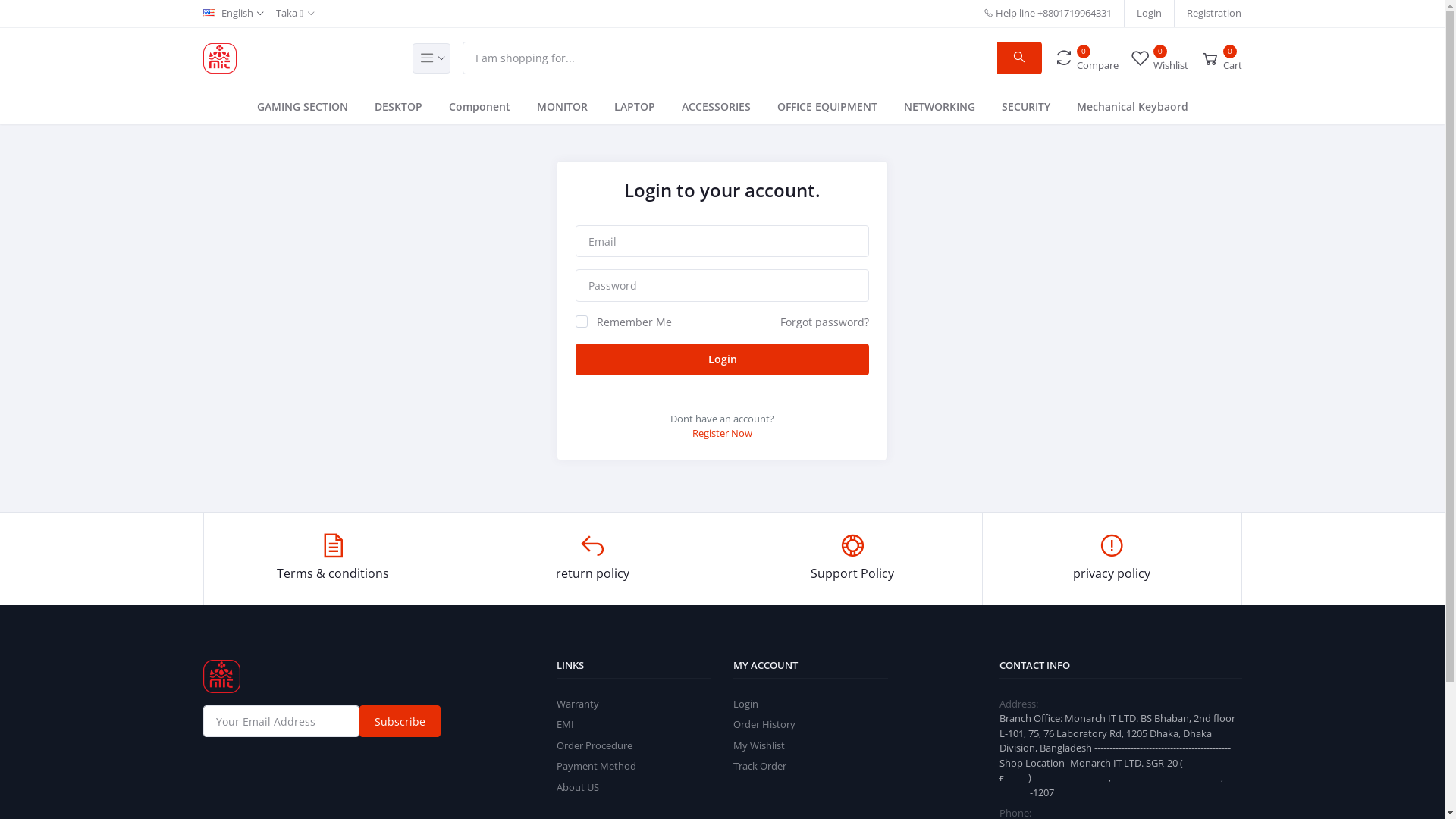 Image resolution: width=1456 pixels, height=819 pixels. I want to click on 'Registration', so click(1214, 14).